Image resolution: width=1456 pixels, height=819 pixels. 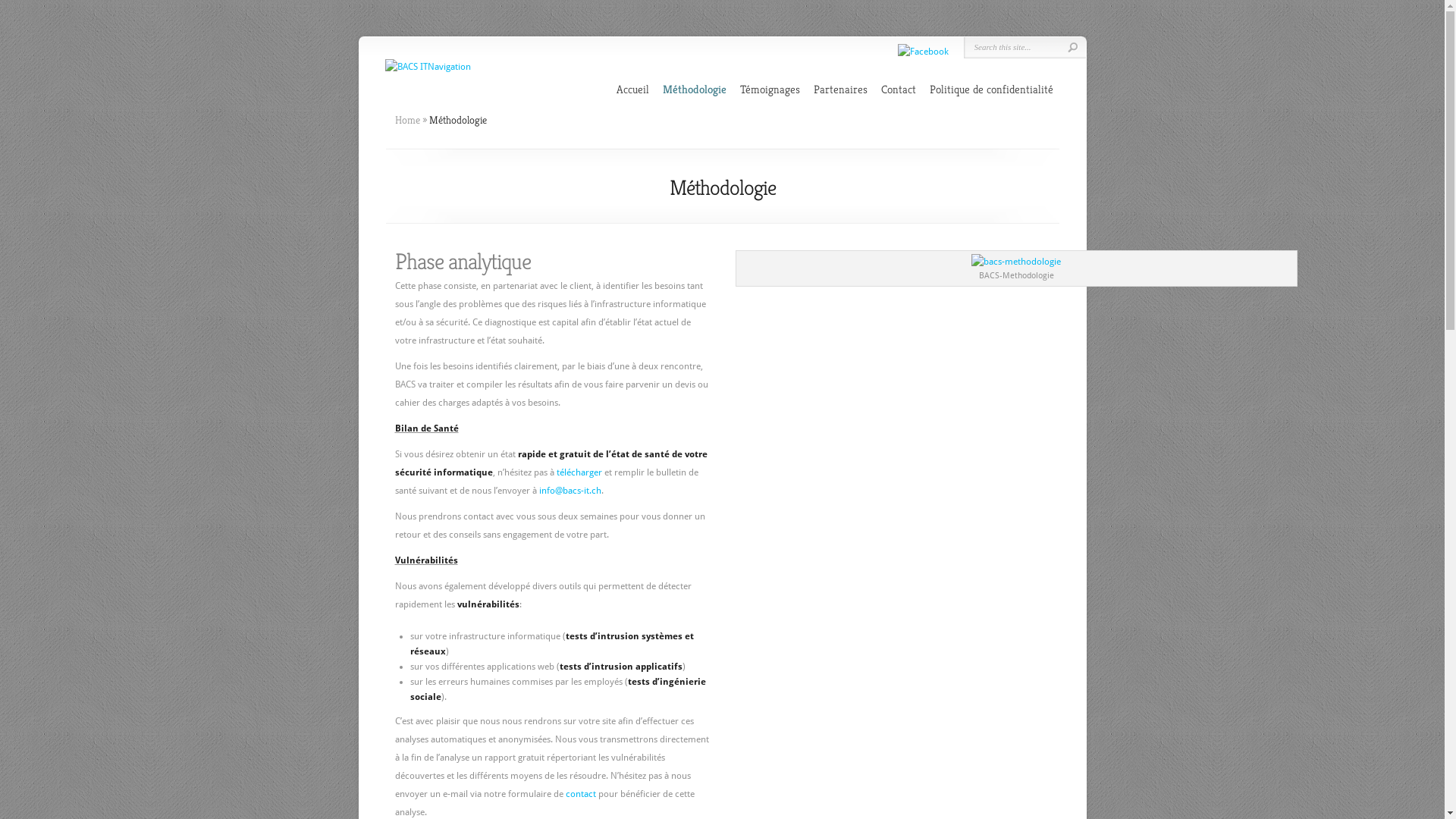 I want to click on 'Partenaires', so click(x=839, y=89).